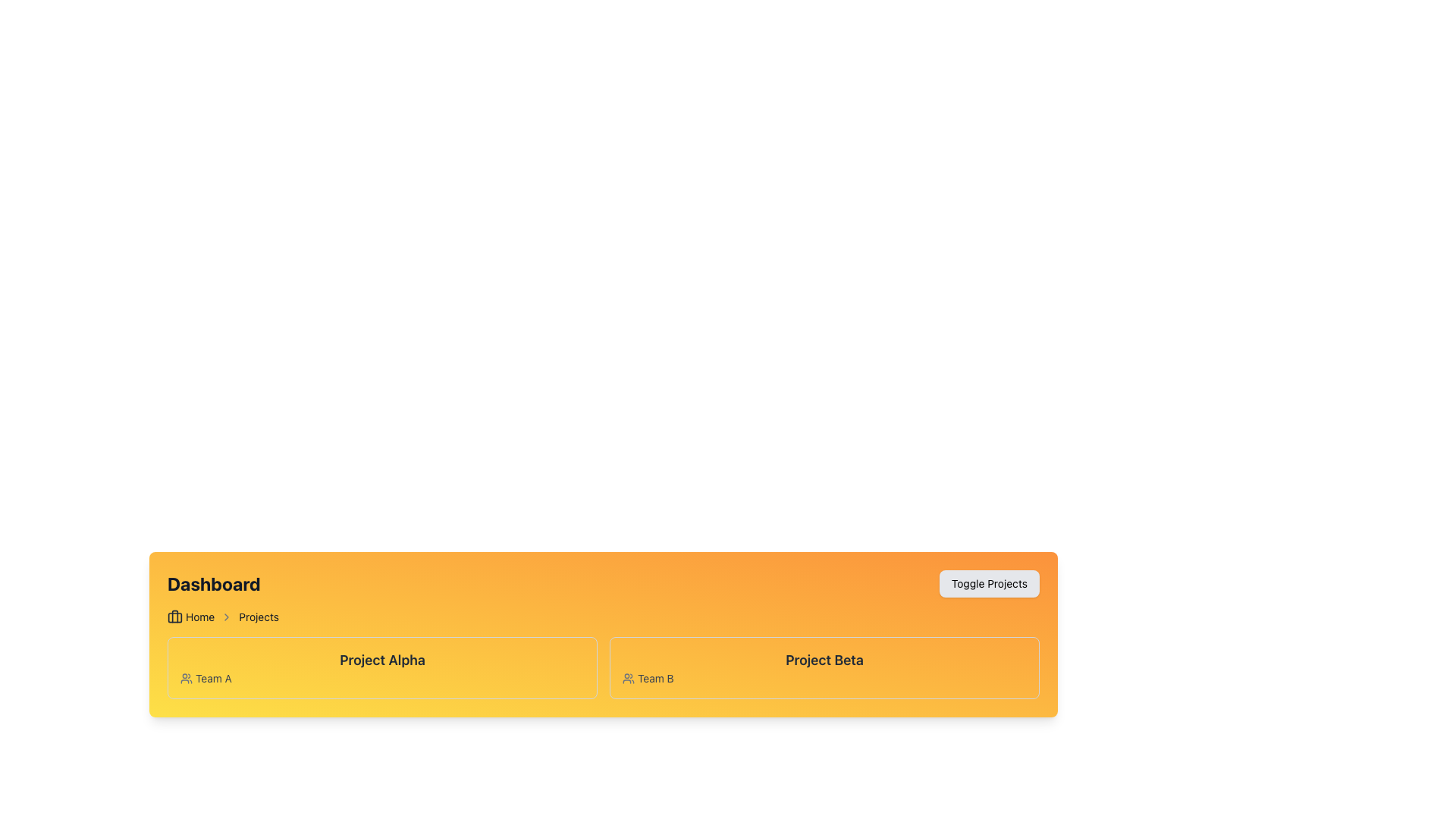 The width and height of the screenshot is (1456, 819). Describe the element at coordinates (174, 617) in the screenshot. I see `the icon located at the beginning of the breadcrumb navigation bar under the heading 'Dashboard', positioned to the left of the 'Home' label` at that location.